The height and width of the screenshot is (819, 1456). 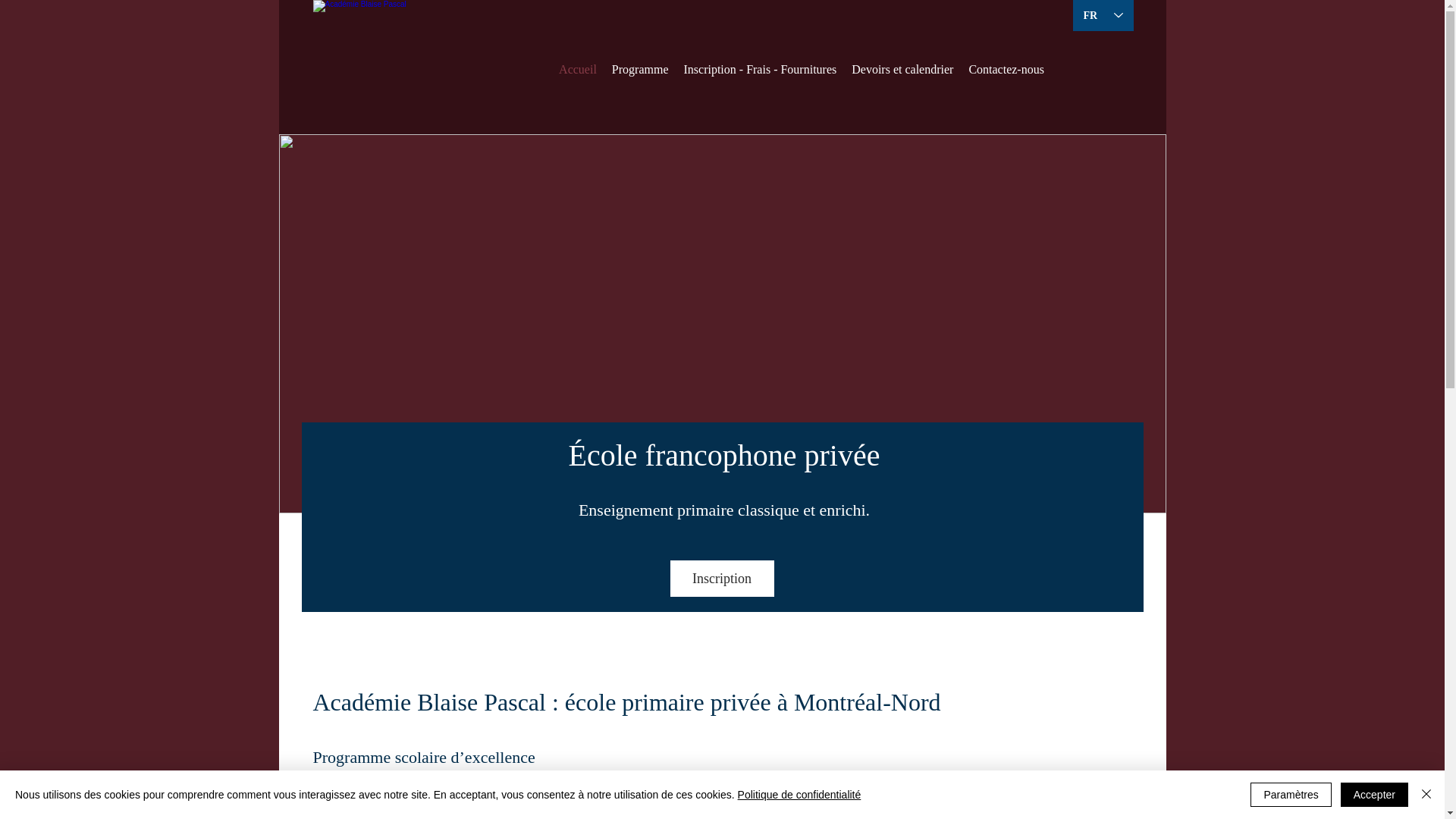 What do you see at coordinates (1374, 794) in the screenshot?
I see `'Accepter'` at bounding box center [1374, 794].